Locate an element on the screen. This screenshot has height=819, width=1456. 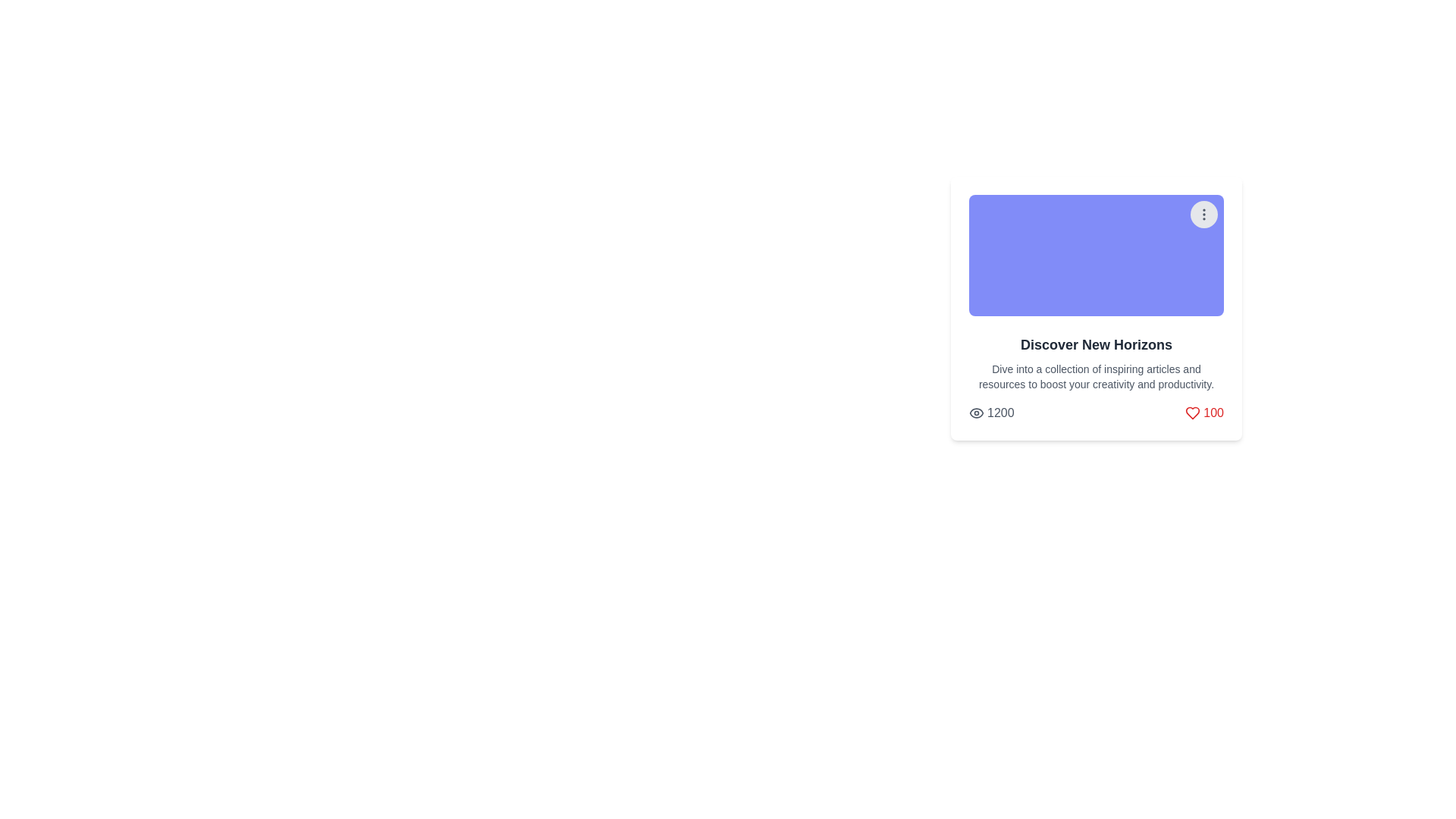
the heart icon located in the bottom-right part of the card component is located at coordinates (1192, 413).